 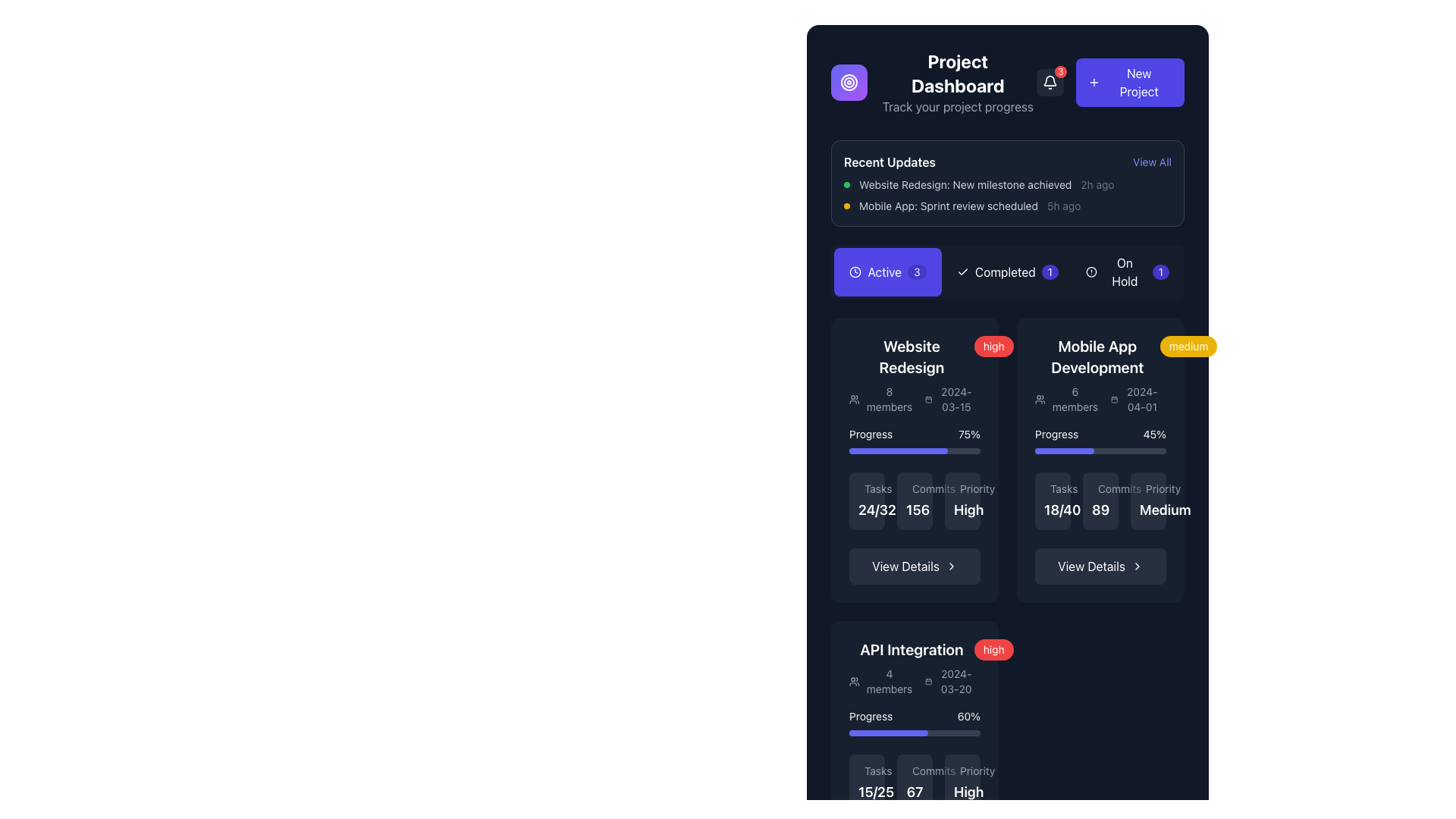 What do you see at coordinates (1100, 441) in the screenshot?
I see `the progress percentage displayed on the progress bar labeled 'Progress' at the center of the second project card` at bounding box center [1100, 441].